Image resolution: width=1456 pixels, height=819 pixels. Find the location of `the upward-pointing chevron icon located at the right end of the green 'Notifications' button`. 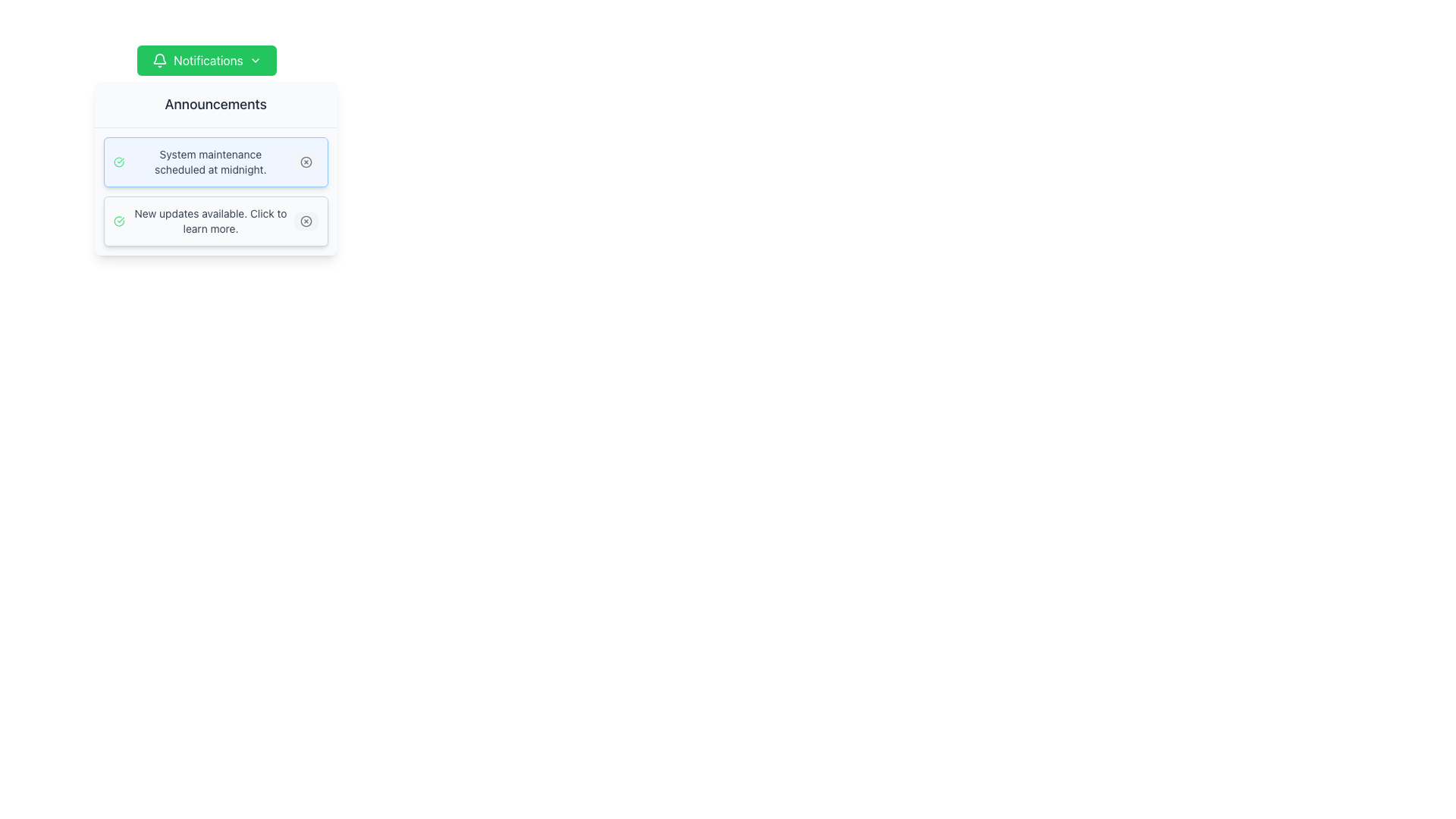

the upward-pointing chevron icon located at the right end of the green 'Notifications' button is located at coordinates (255, 60).